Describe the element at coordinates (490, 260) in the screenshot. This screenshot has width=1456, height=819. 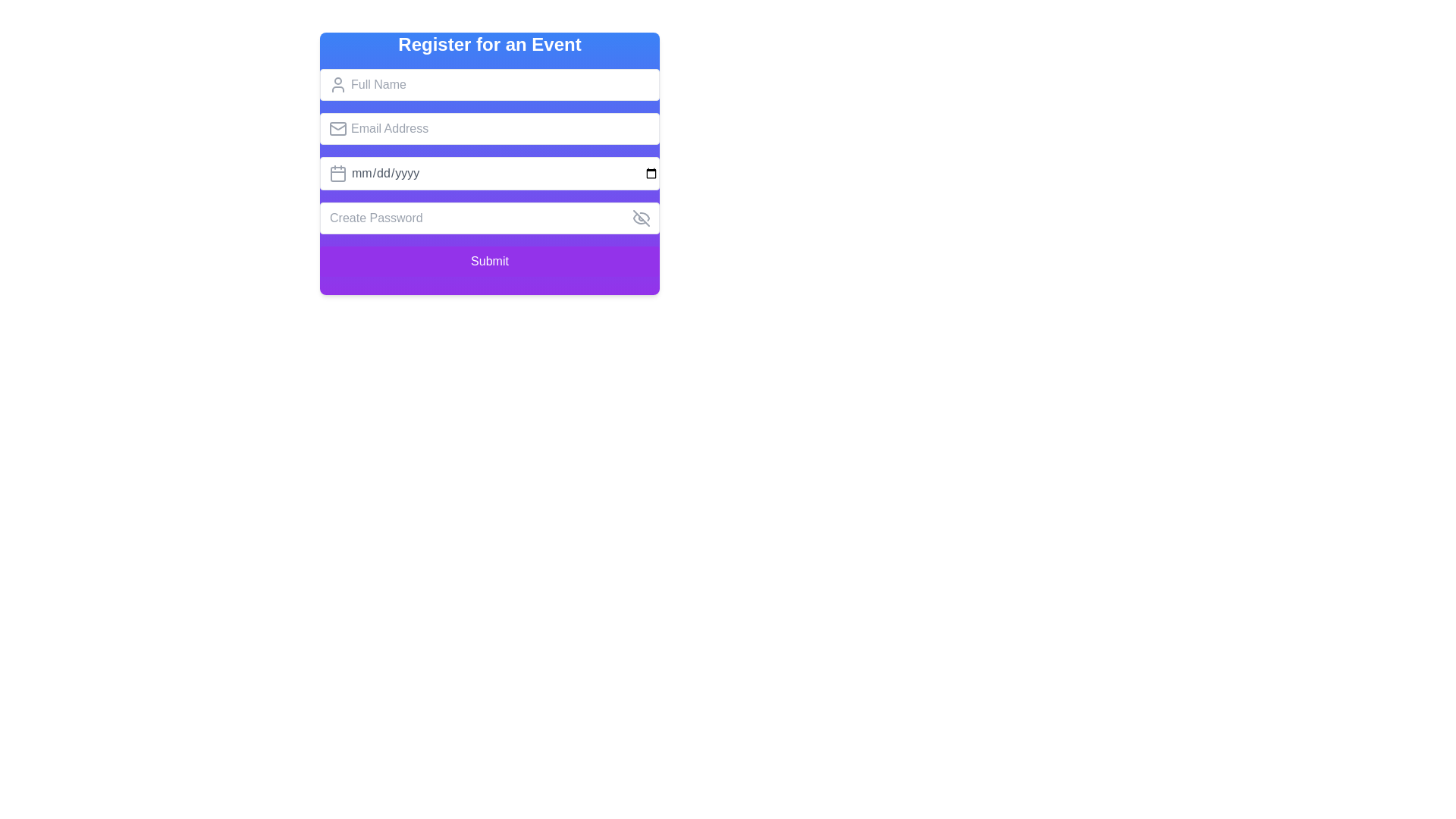
I see `the submit button located at the bottom of the form interface` at that location.